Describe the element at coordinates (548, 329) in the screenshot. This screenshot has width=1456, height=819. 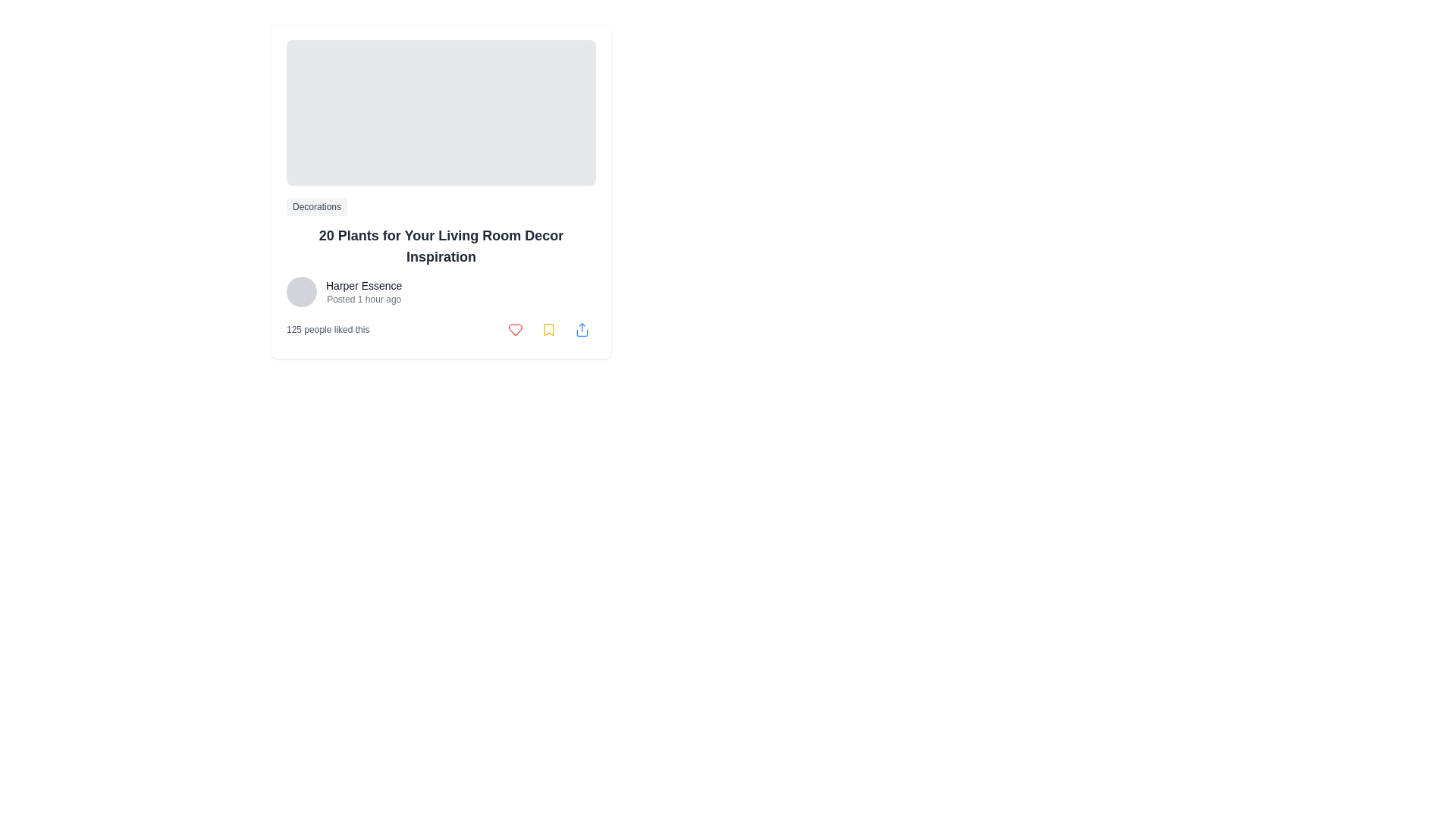
I see `the bookmark icon located at the bottom of the content card, which is the third icon from the left among interactive icons` at that location.